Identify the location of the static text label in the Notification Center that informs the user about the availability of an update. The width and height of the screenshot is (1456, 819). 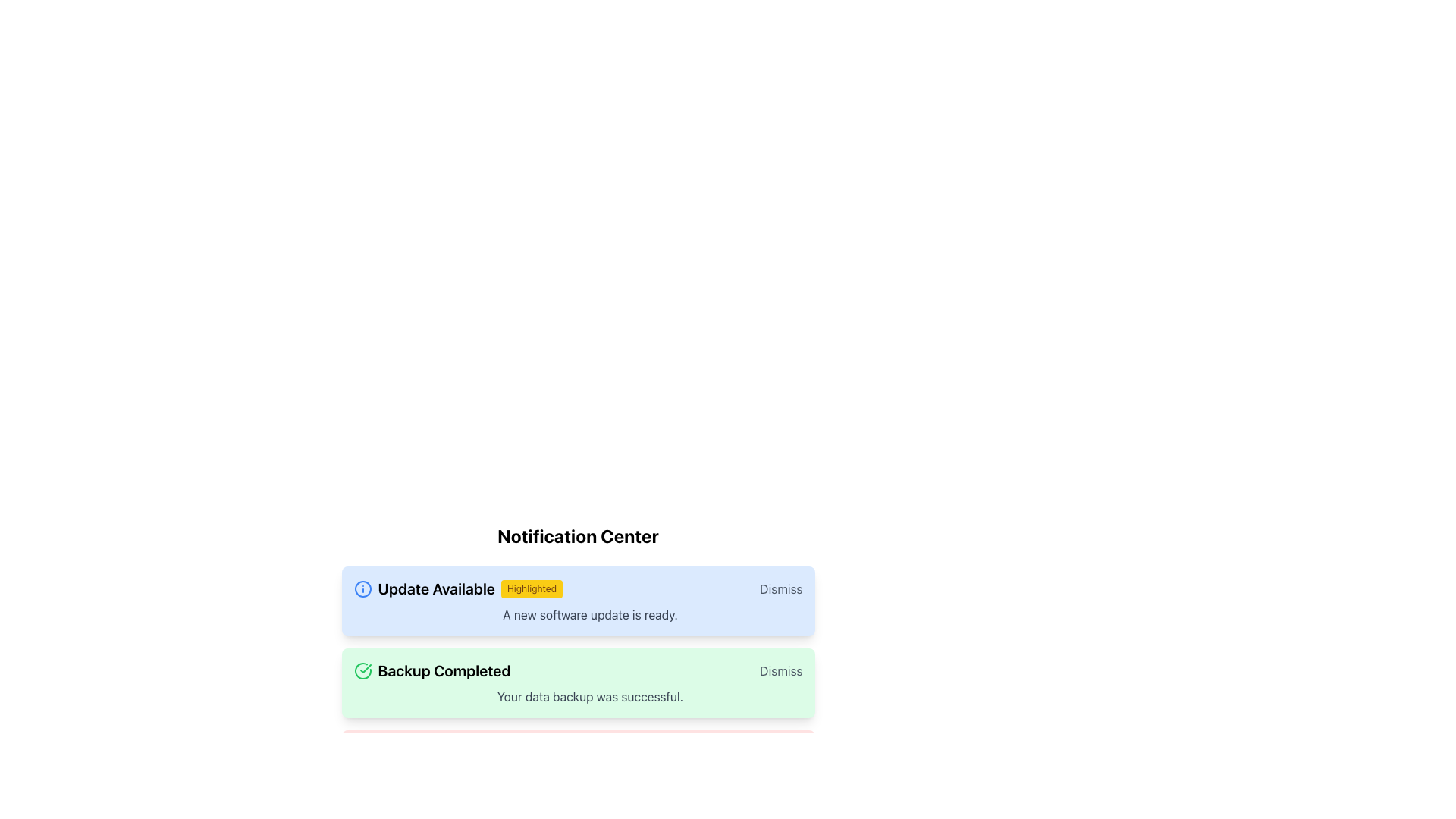
(435, 588).